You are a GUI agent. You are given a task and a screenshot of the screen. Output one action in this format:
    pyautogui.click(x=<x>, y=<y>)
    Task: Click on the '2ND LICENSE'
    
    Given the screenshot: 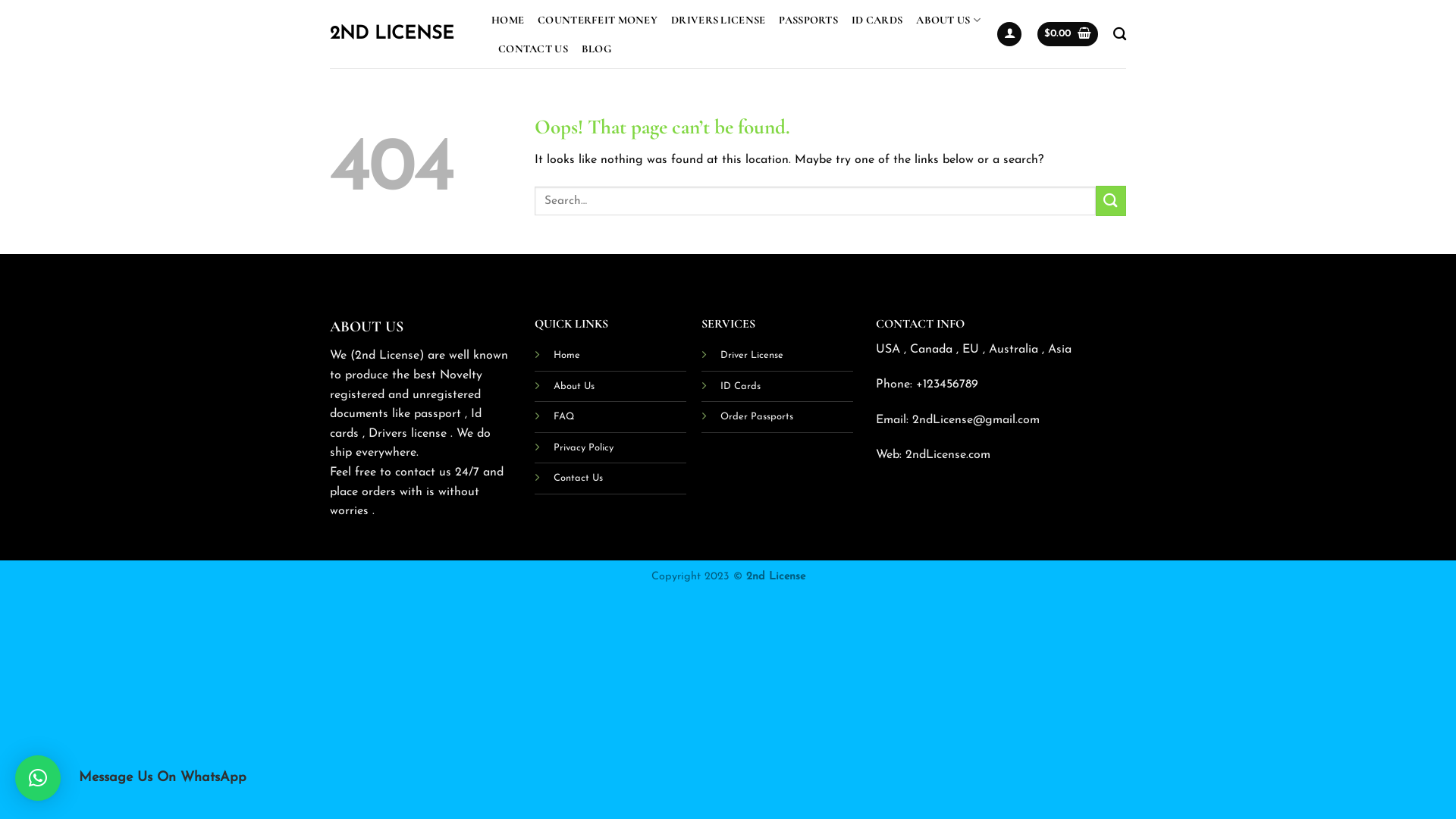 What is the action you would take?
    pyautogui.click(x=329, y=34)
    